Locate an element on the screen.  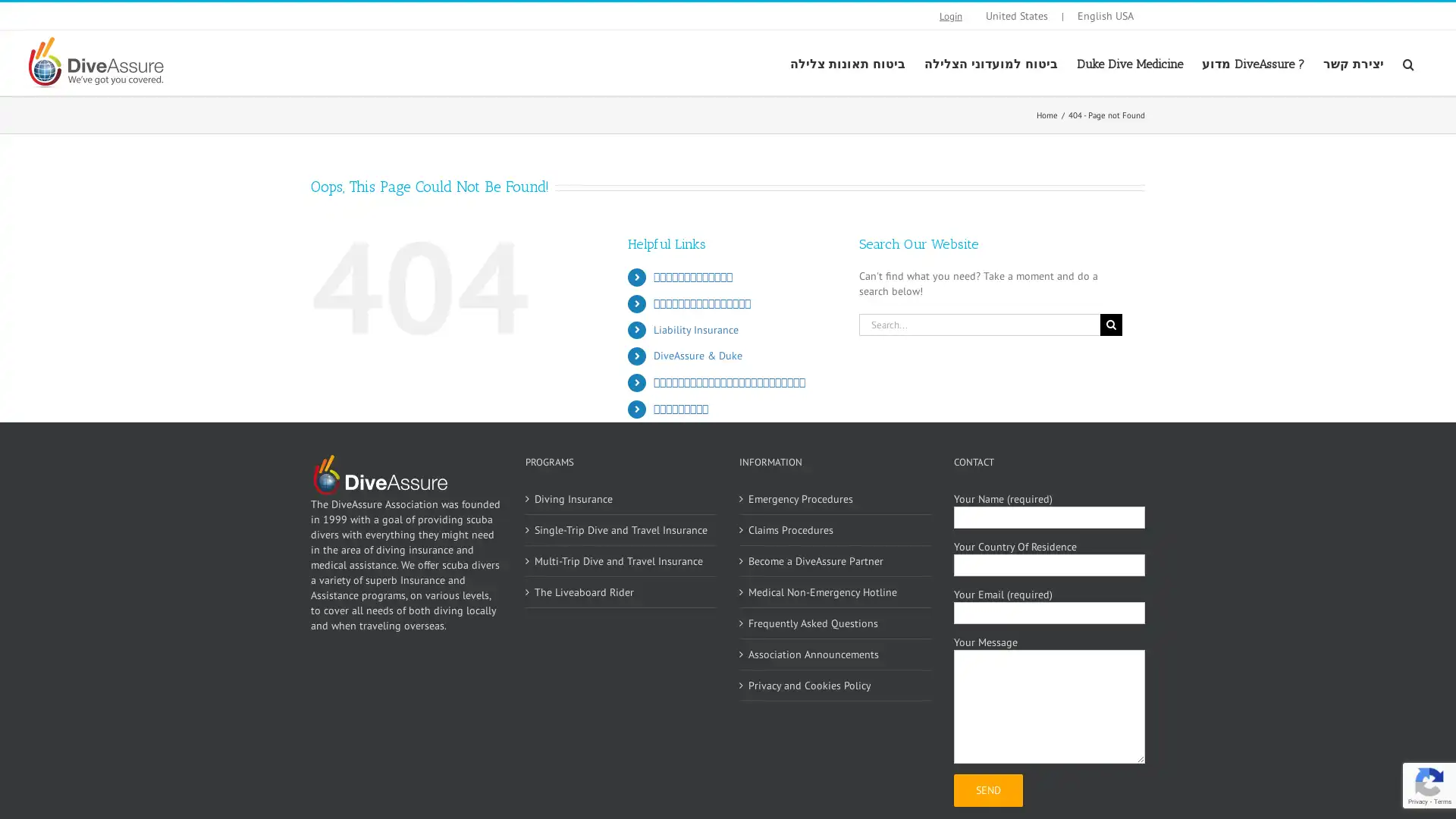
Send is located at coordinates (987, 789).